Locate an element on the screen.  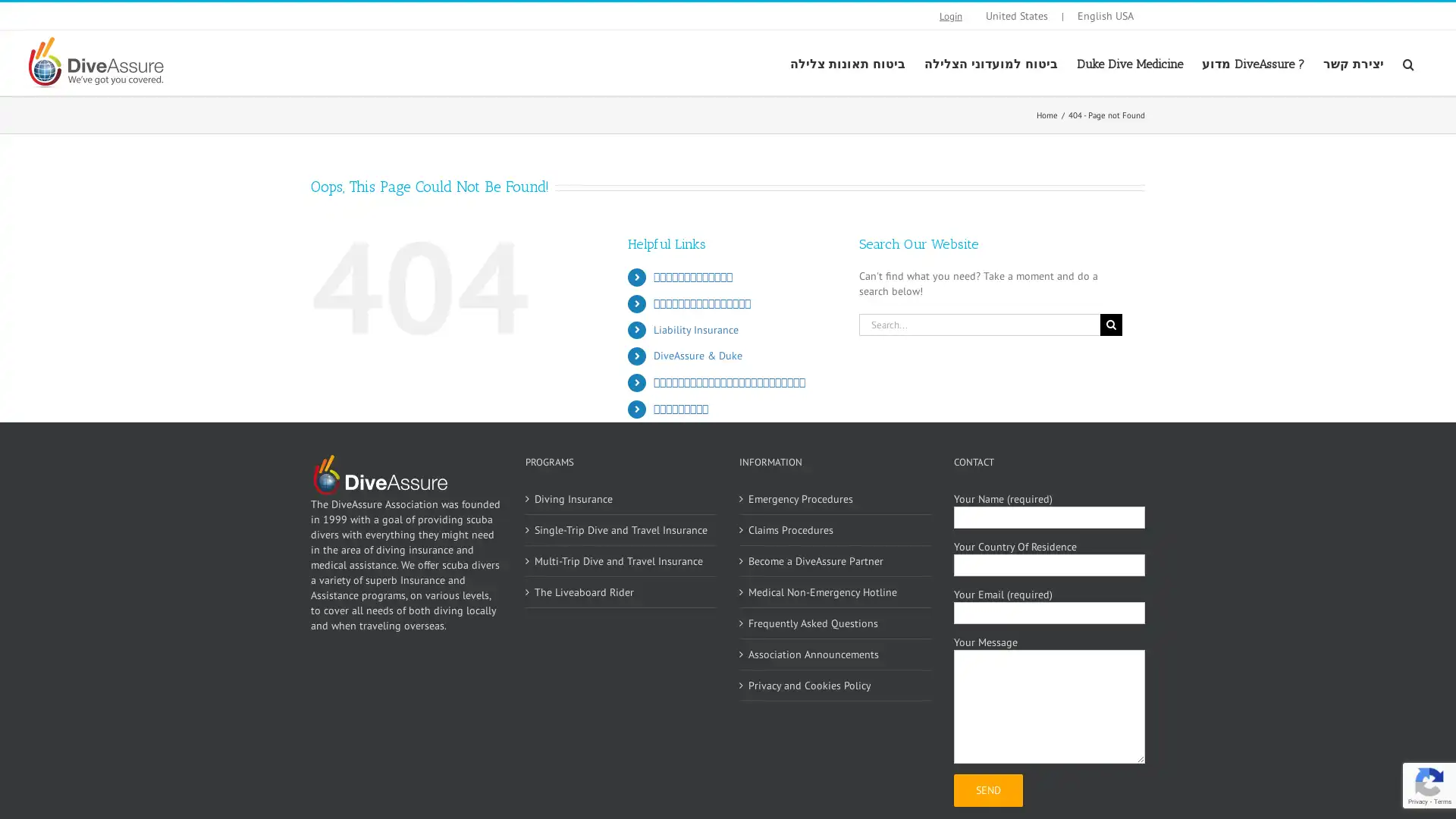
Send is located at coordinates (987, 789).